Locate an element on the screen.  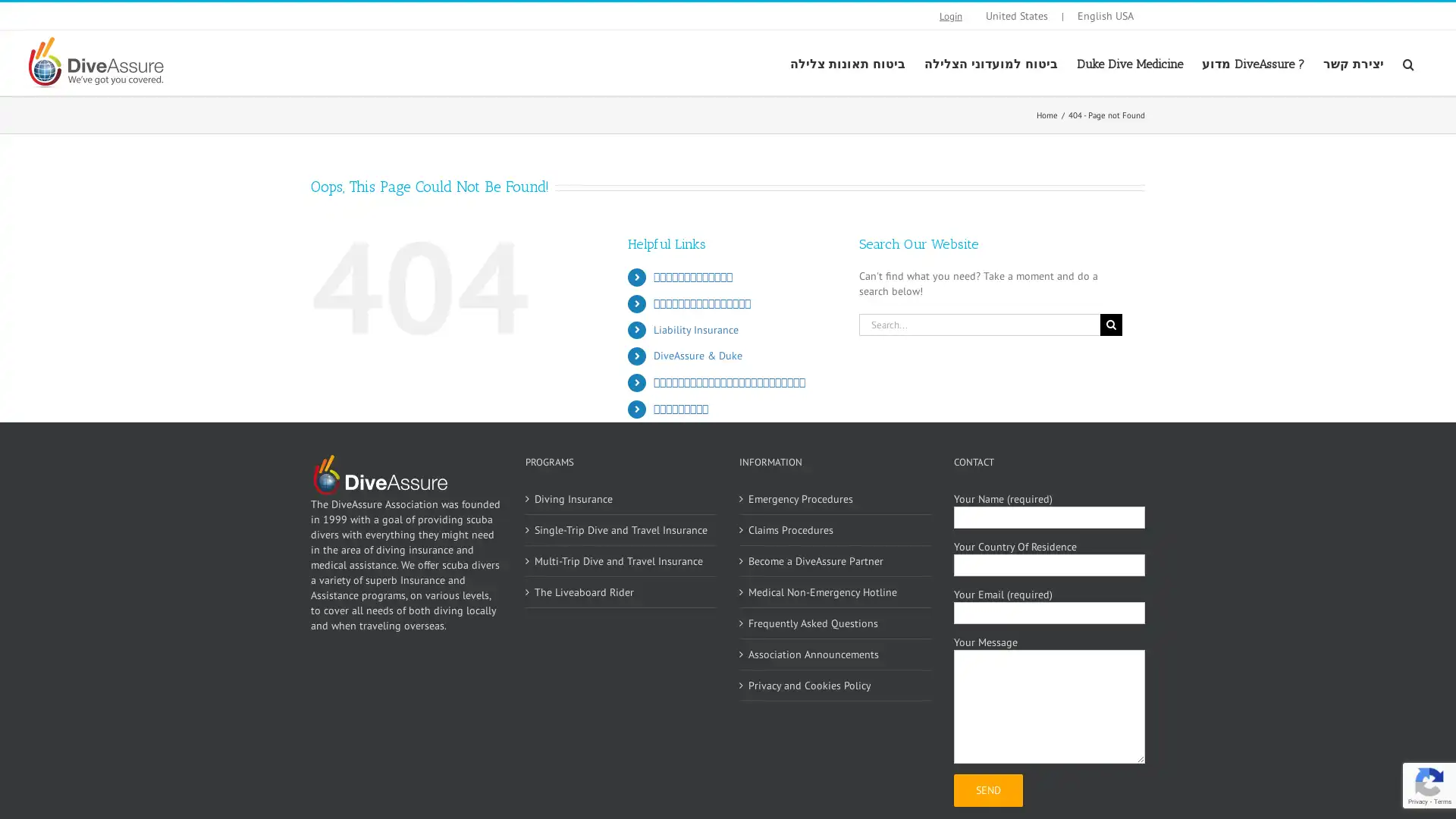
Send is located at coordinates (987, 789).